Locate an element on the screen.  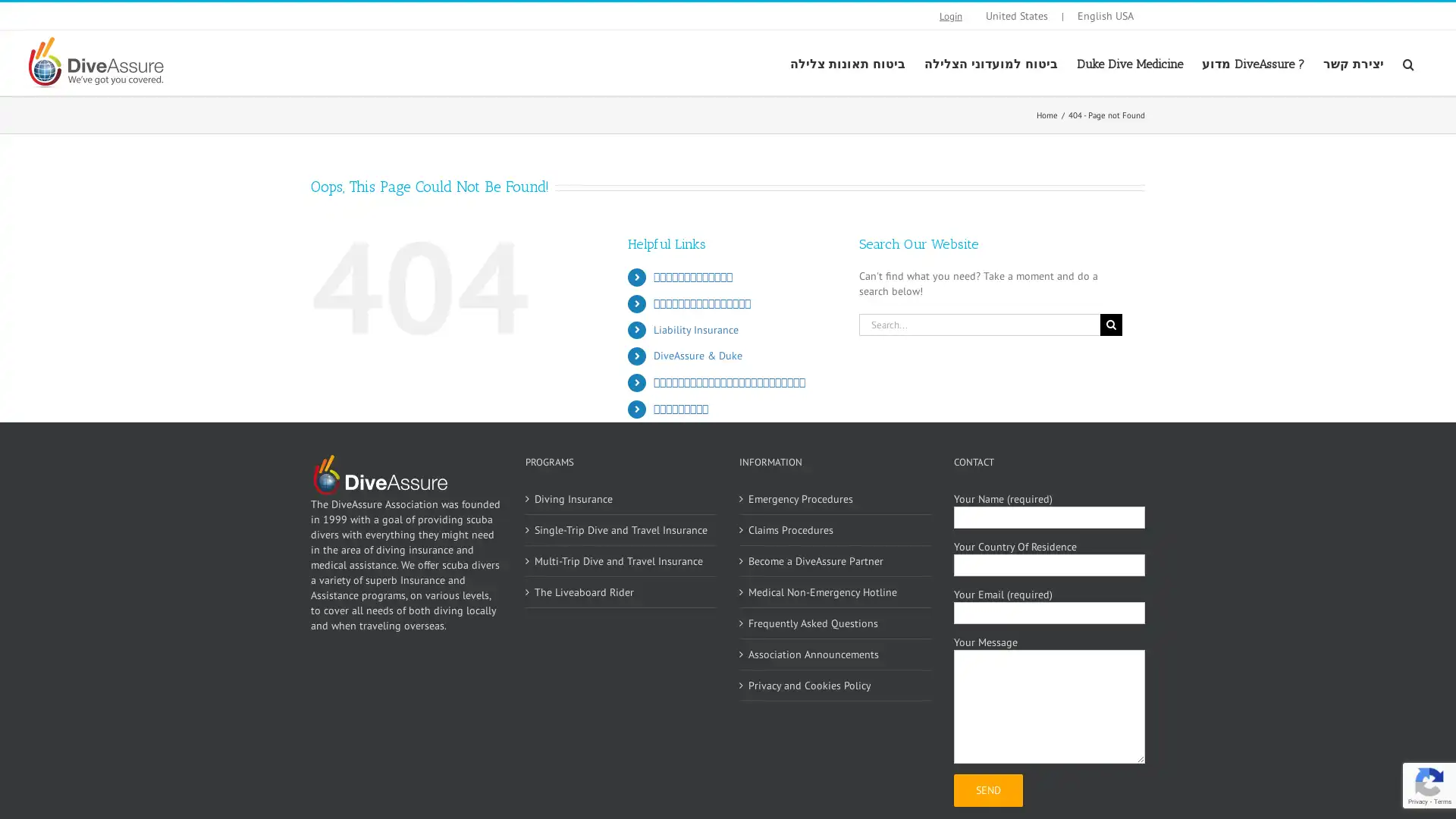
Send is located at coordinates (987, 789).